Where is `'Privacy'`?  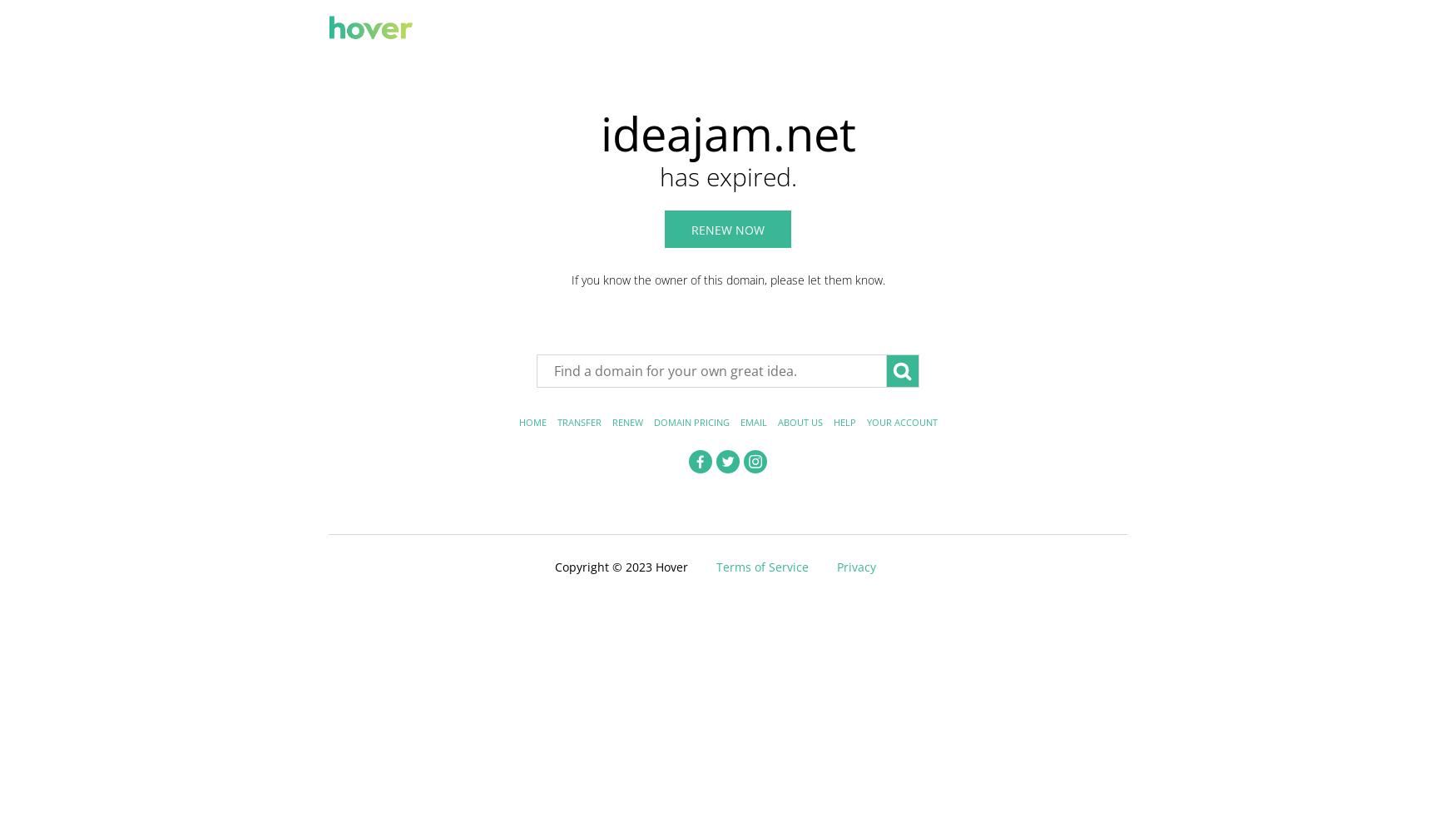
'Privacy' is located at coordinates (855, 567).